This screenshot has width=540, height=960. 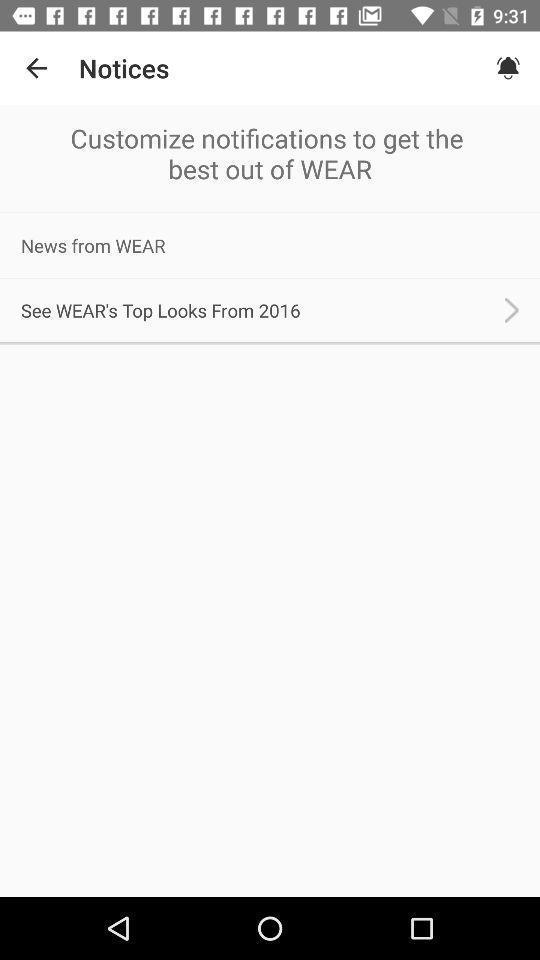 I want to click on the icon to the right of notices icon, so click(x=508, y=68).